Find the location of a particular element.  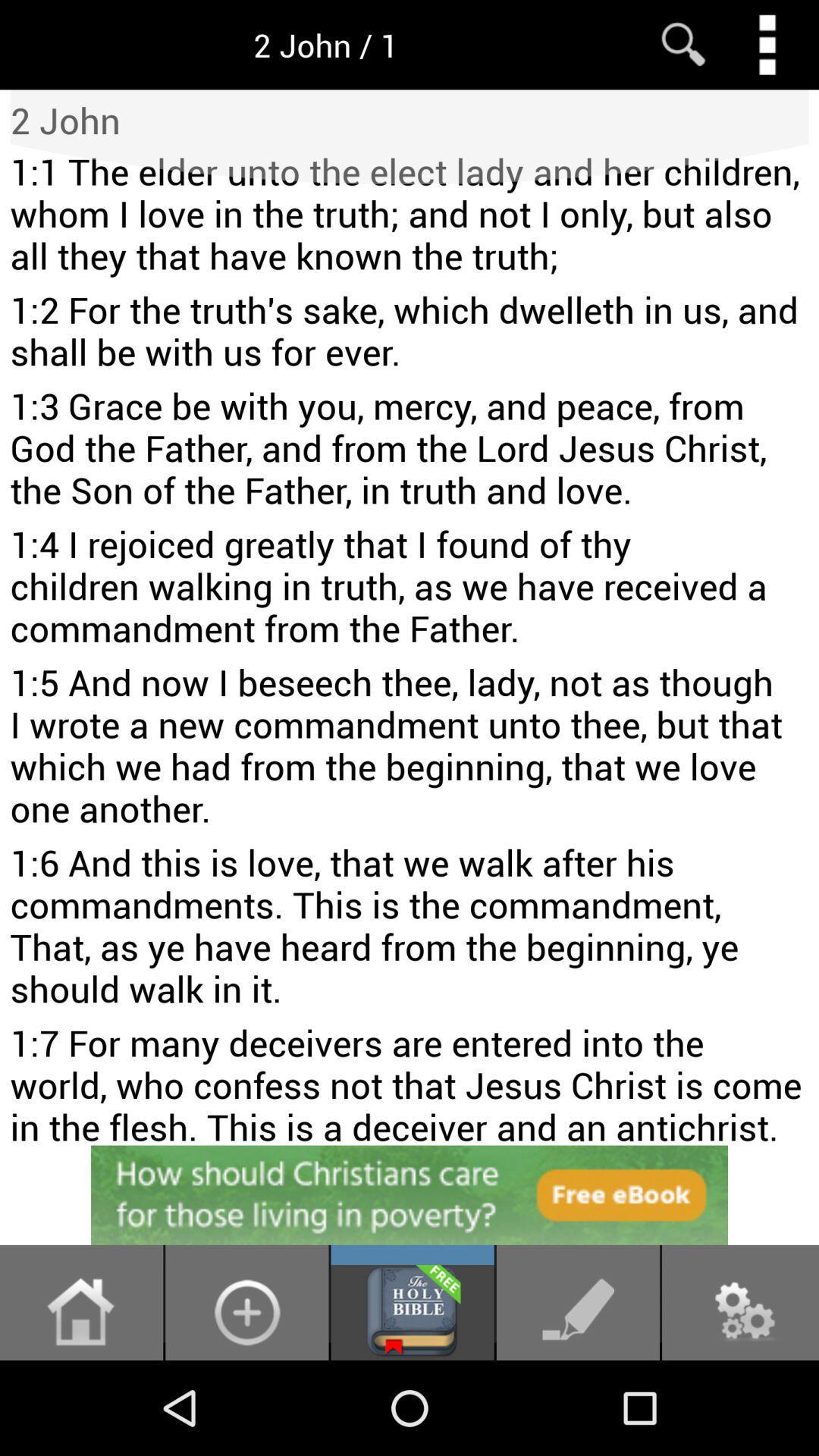

the lock icon is located at coordinates (246, 1404).